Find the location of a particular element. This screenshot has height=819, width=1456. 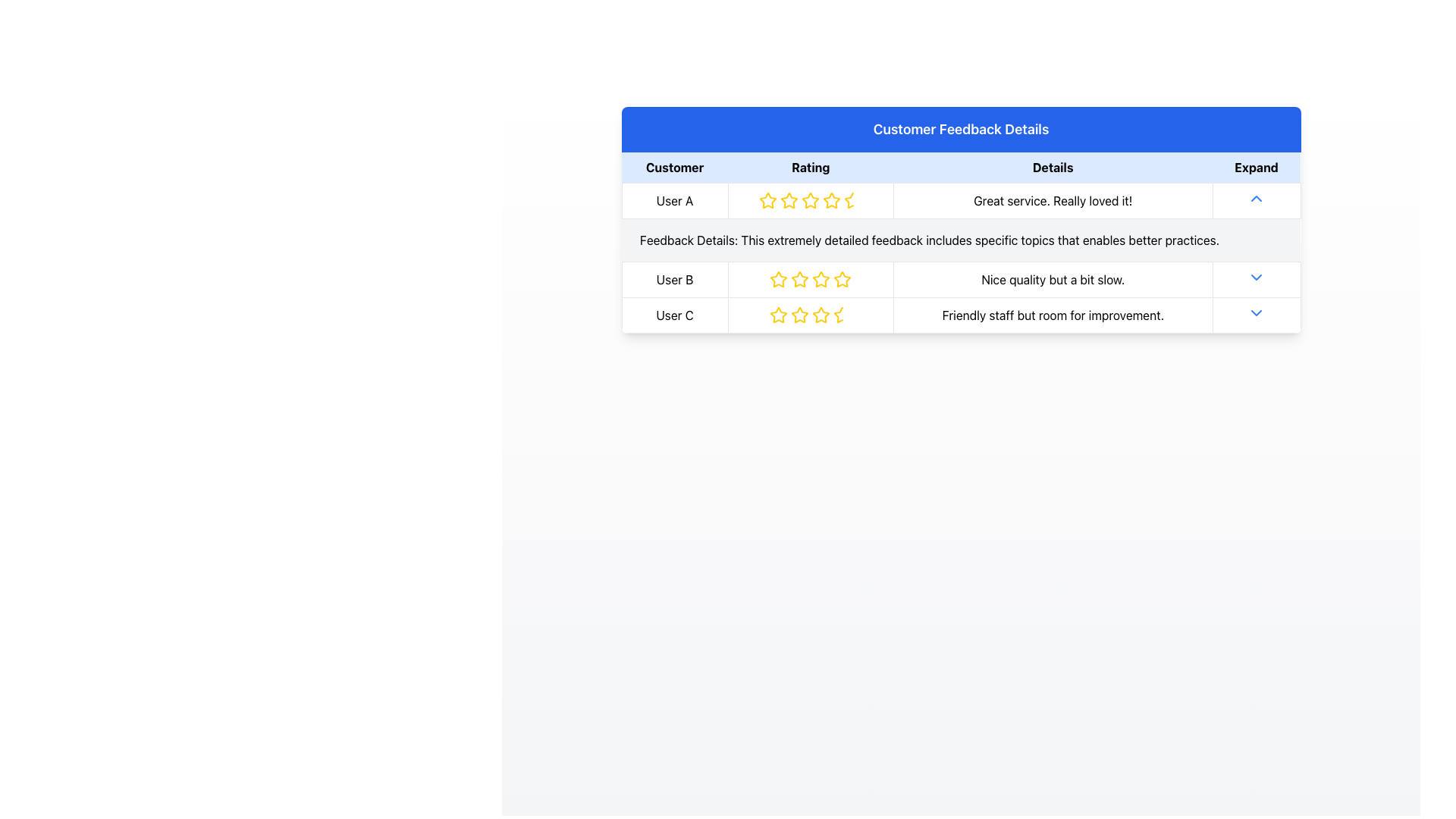

the fourth star icon is located at coordinates (821, 315).